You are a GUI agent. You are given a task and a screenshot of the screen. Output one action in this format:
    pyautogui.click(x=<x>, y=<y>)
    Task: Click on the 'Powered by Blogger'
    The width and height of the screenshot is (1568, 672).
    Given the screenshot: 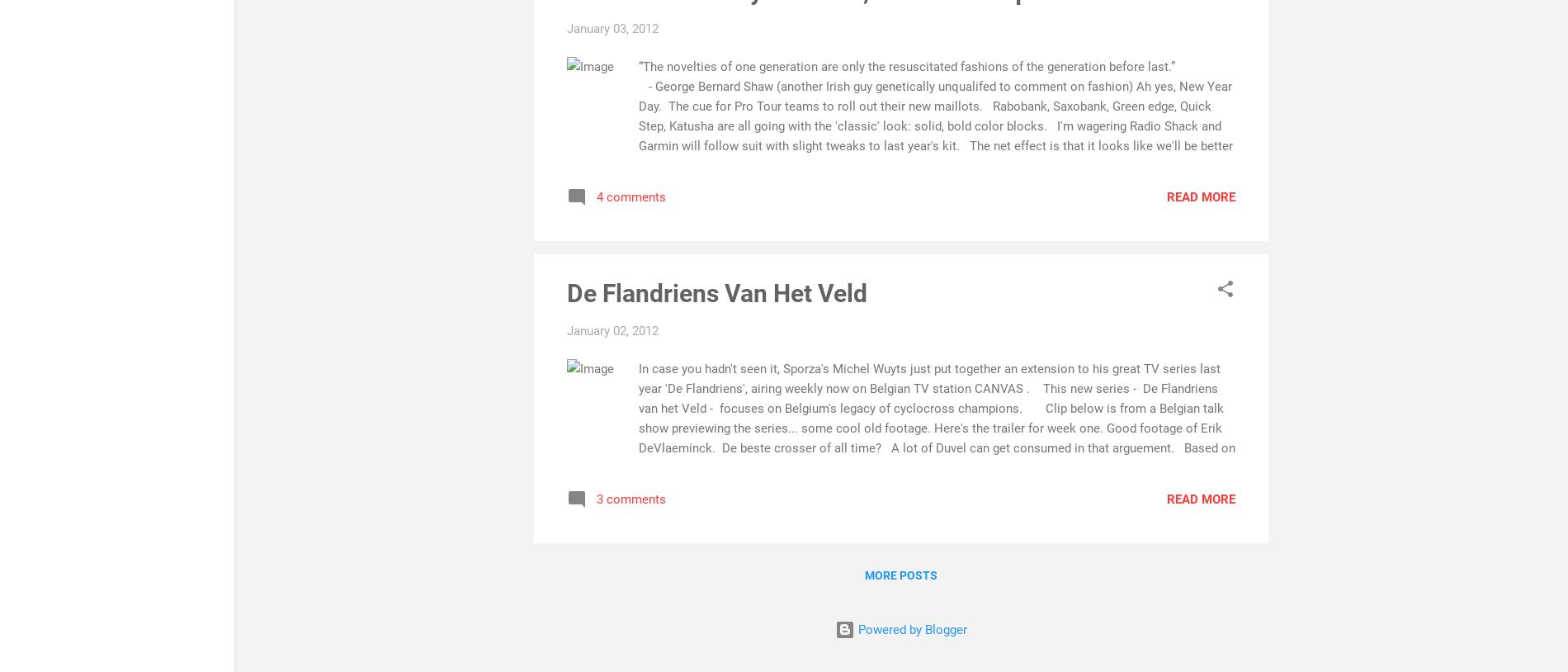 What is the action you would take?
    pyautogui.click(x=911, y=629)
    